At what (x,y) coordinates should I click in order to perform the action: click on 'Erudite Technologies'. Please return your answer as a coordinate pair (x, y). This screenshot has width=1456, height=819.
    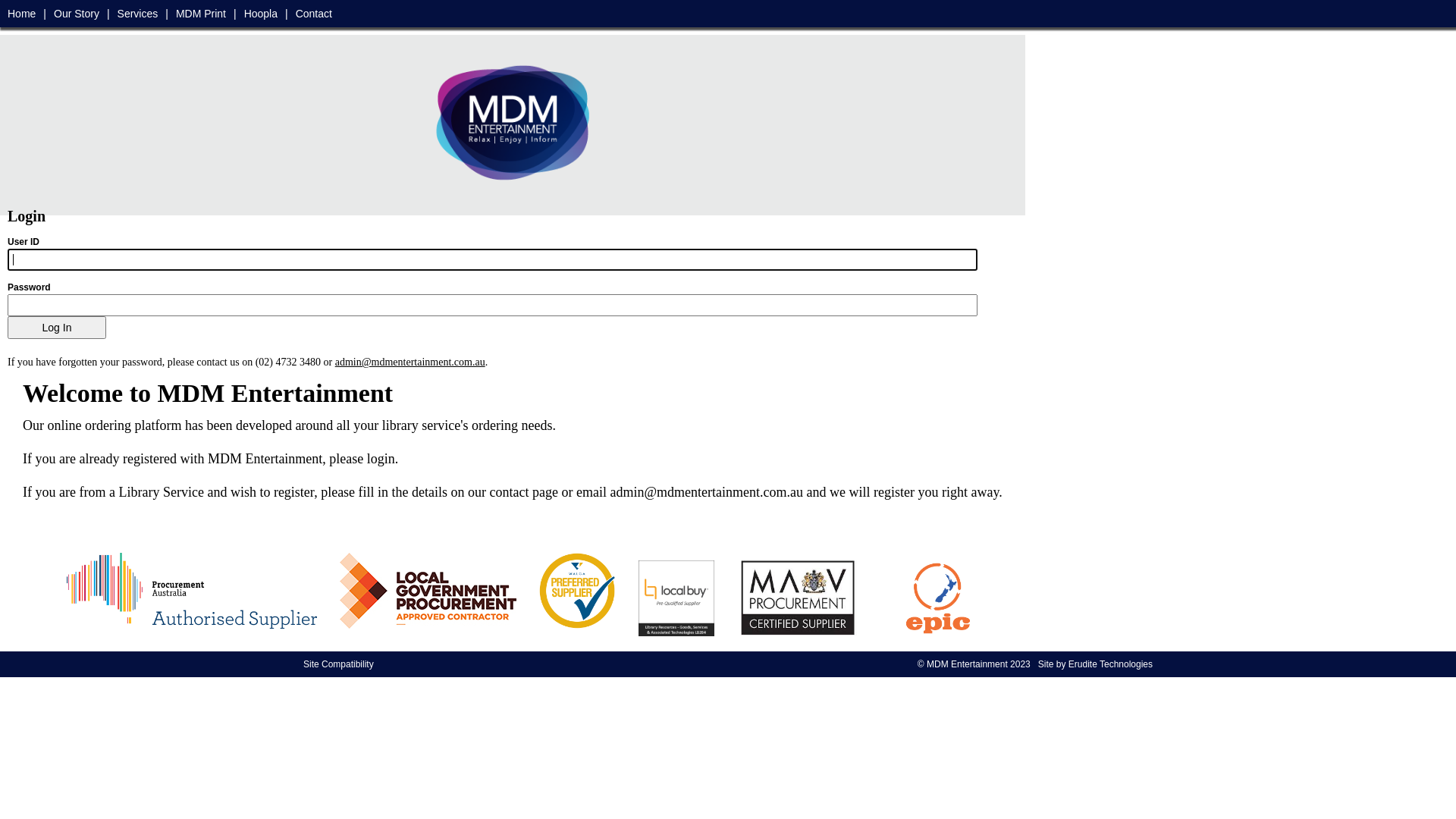
    Looking at the image, I should click on (1110, 663).